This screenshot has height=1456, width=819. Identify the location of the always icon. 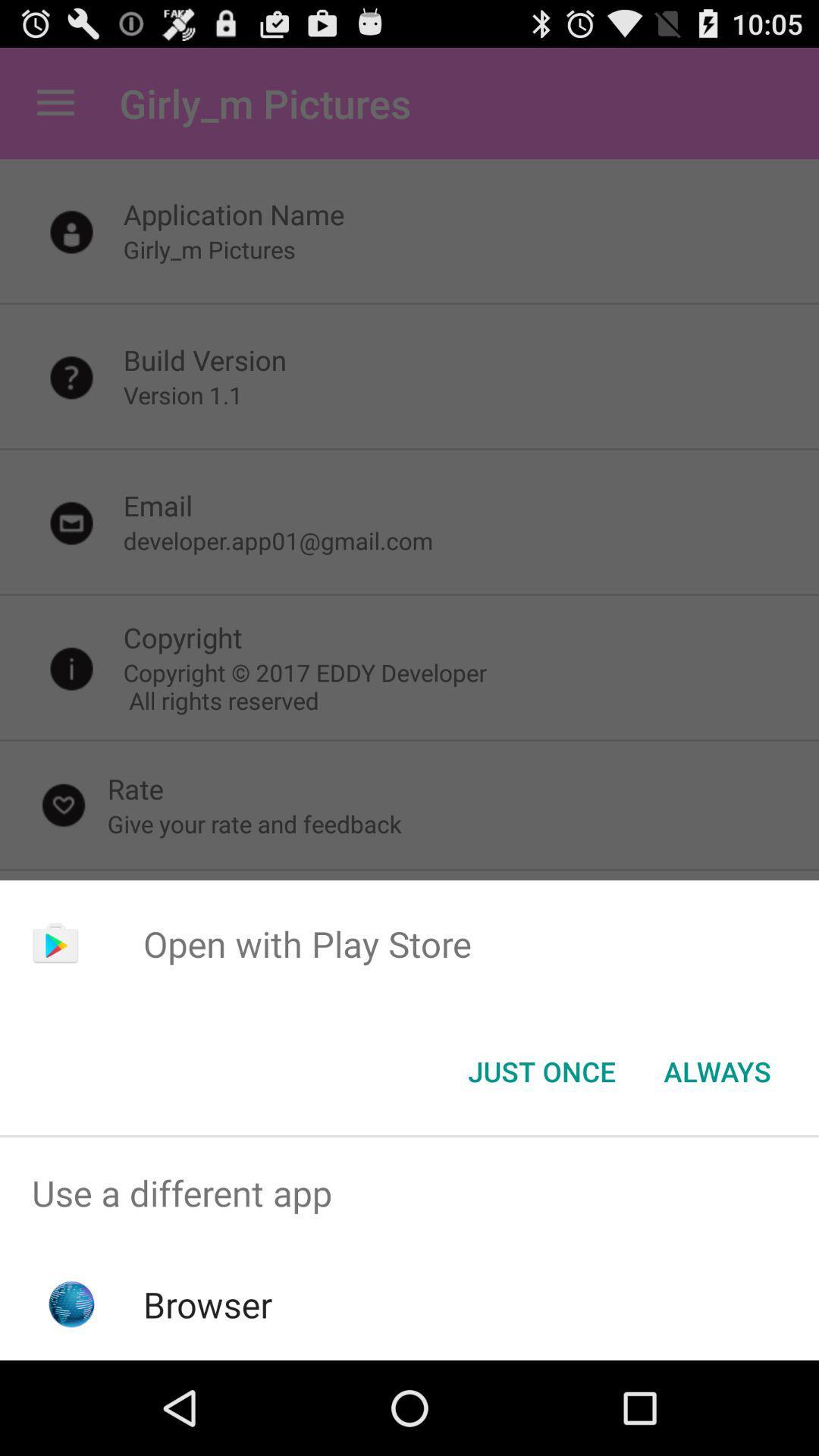
(717, 1070).